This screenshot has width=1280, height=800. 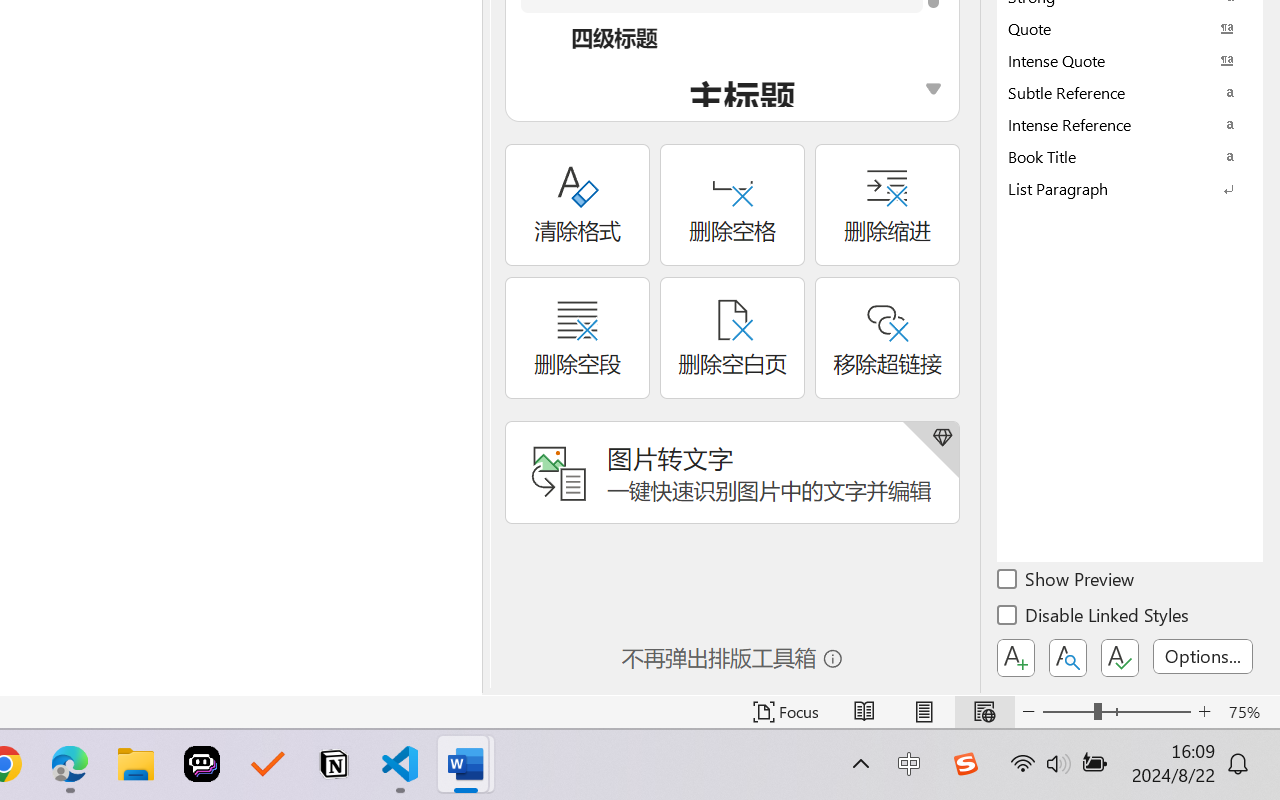 What do you see at coordinates (1202, 655) in the screenshot?
I see `'Options...'` at bounding box center [1202, 655].